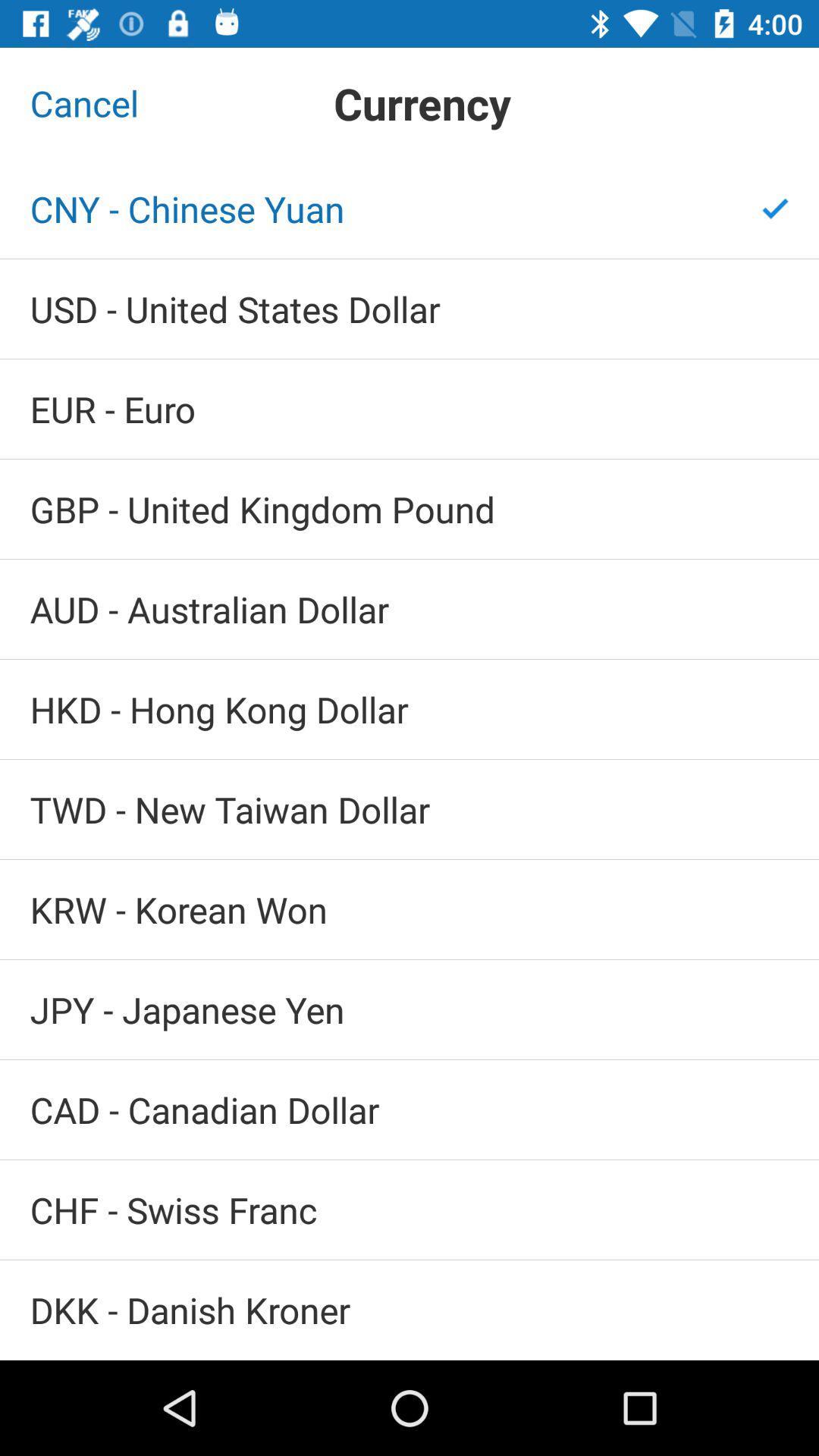  Describe the element at coordinates (409, 808) in the screenshot. I see `the icon below hkd hong kong icon` at that location.